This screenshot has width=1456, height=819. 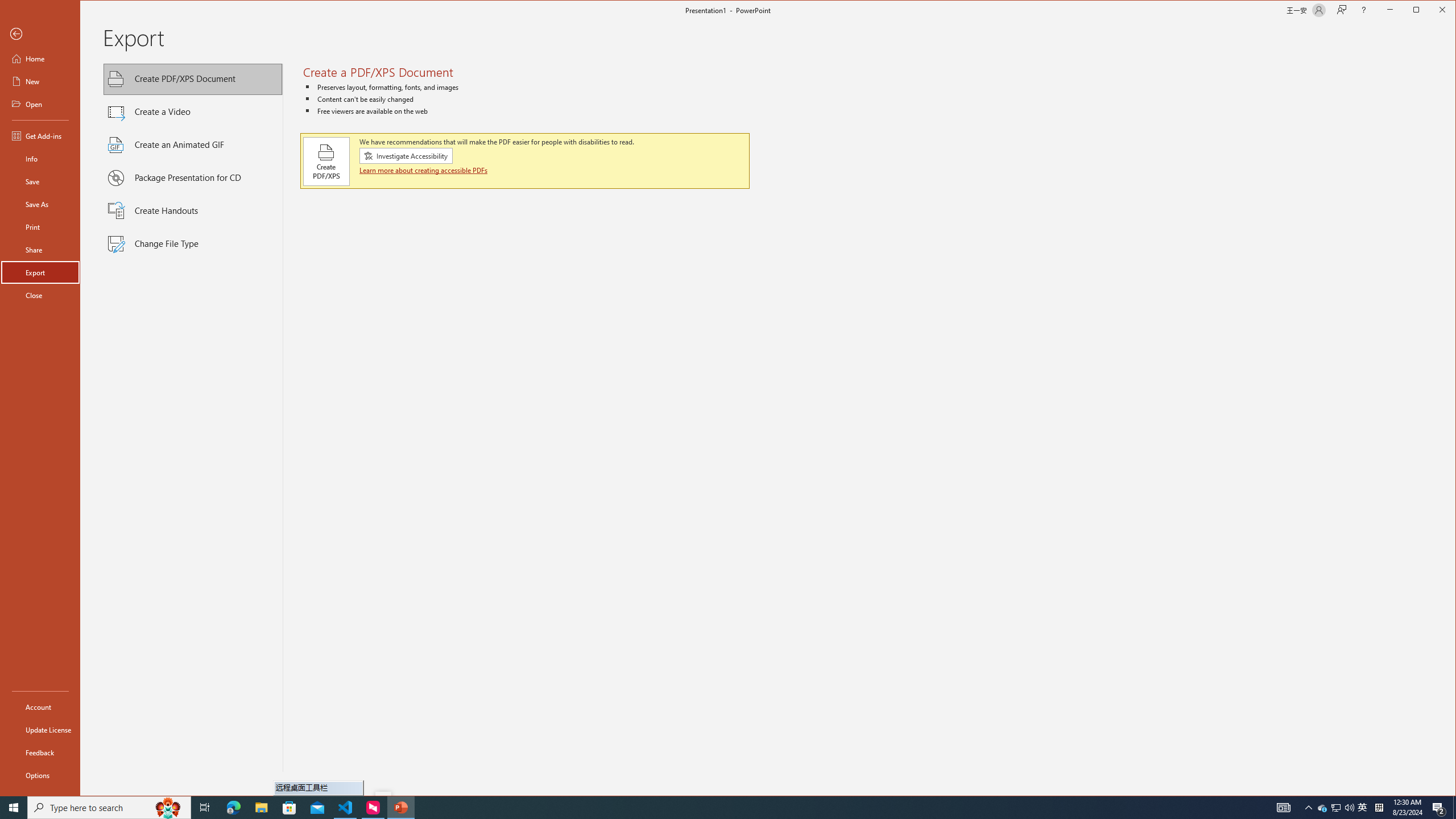 I want to click on 'PowerPoint - 1 running window', so click(x=401, y=806).